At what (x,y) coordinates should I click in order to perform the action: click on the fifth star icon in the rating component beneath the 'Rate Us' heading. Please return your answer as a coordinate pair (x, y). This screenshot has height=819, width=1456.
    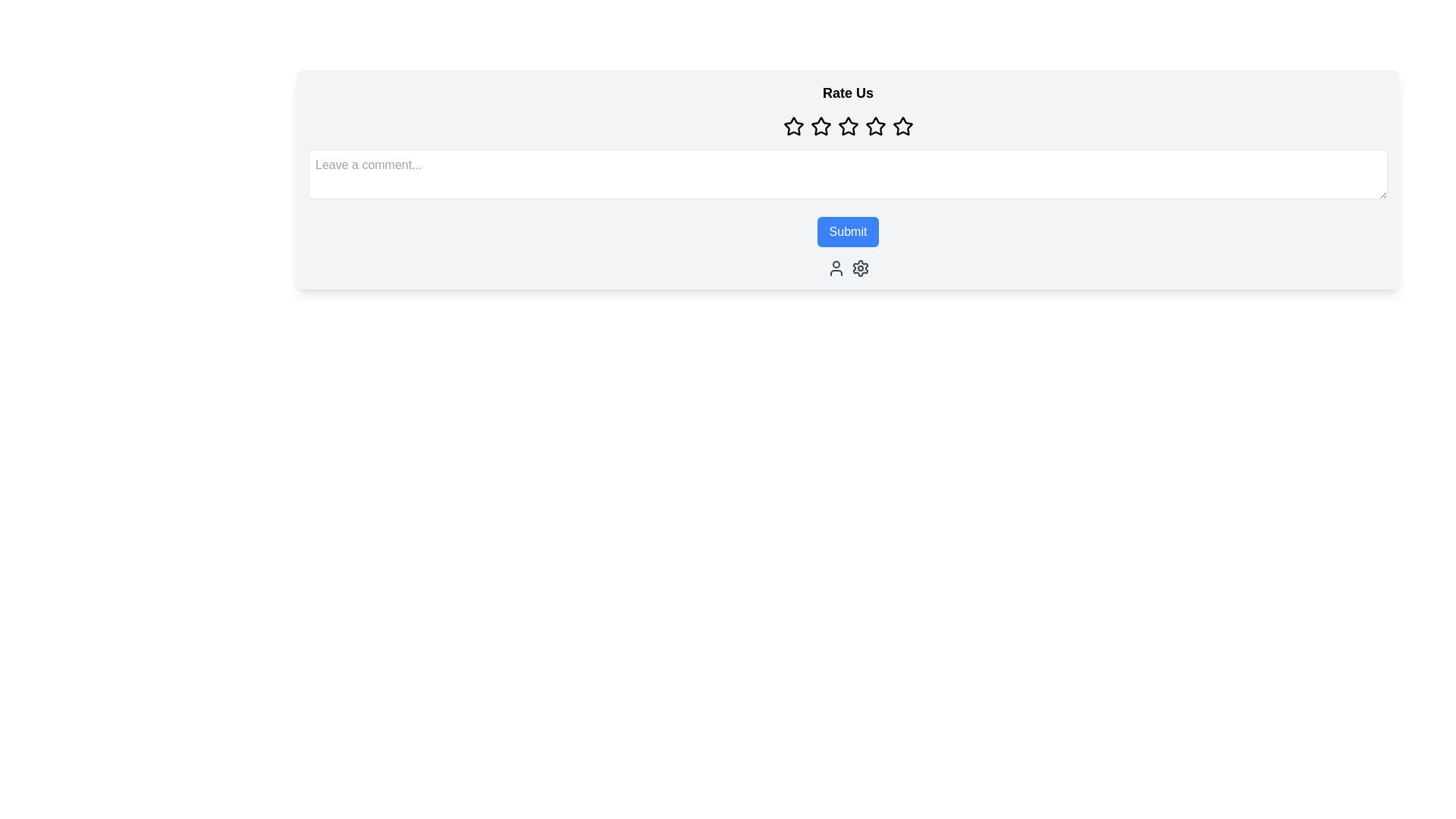
    Looking at the image, I should click on (902, 125).